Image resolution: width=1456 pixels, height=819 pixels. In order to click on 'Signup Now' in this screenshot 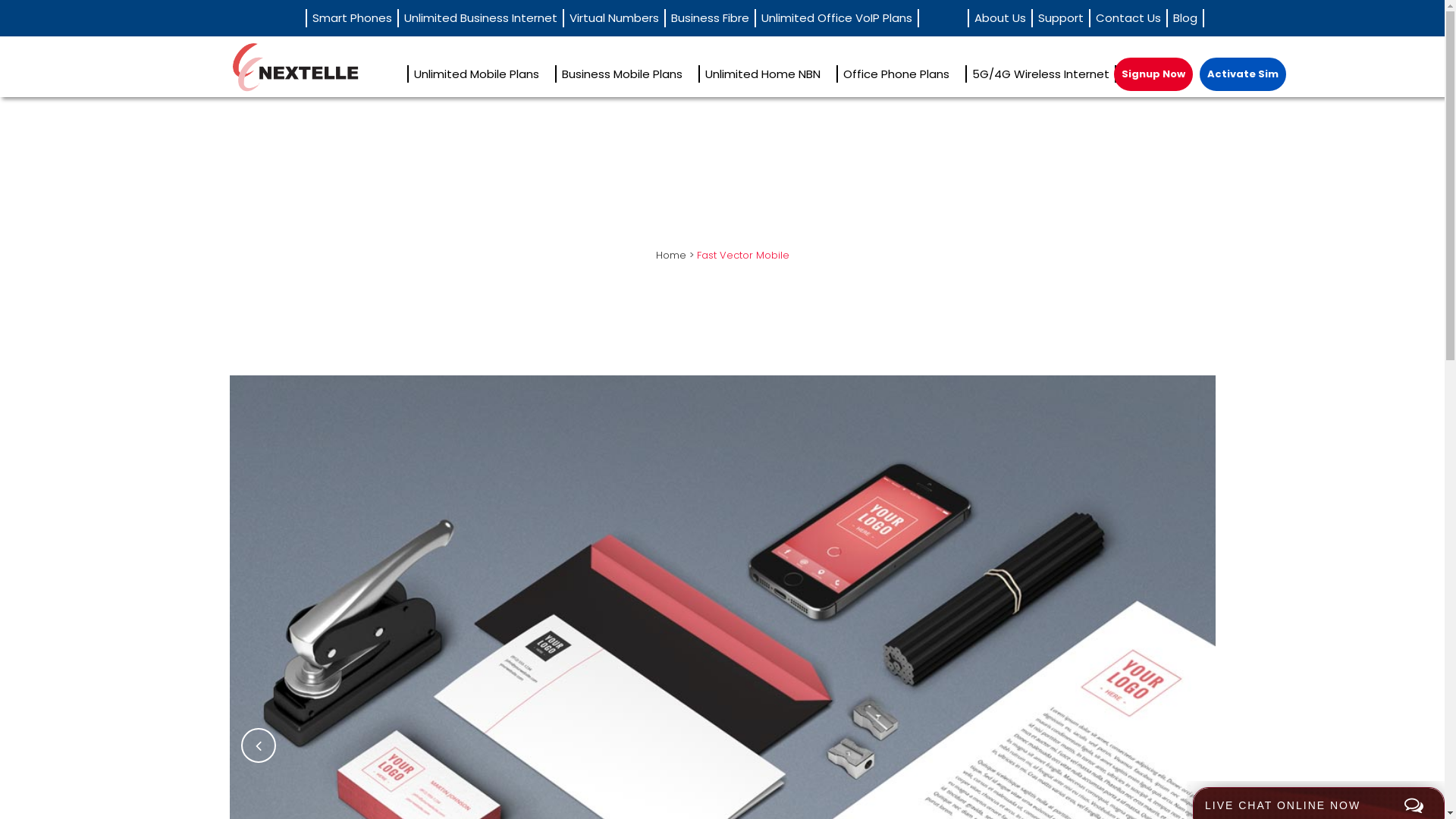, I will do `click(1153, 74)`.